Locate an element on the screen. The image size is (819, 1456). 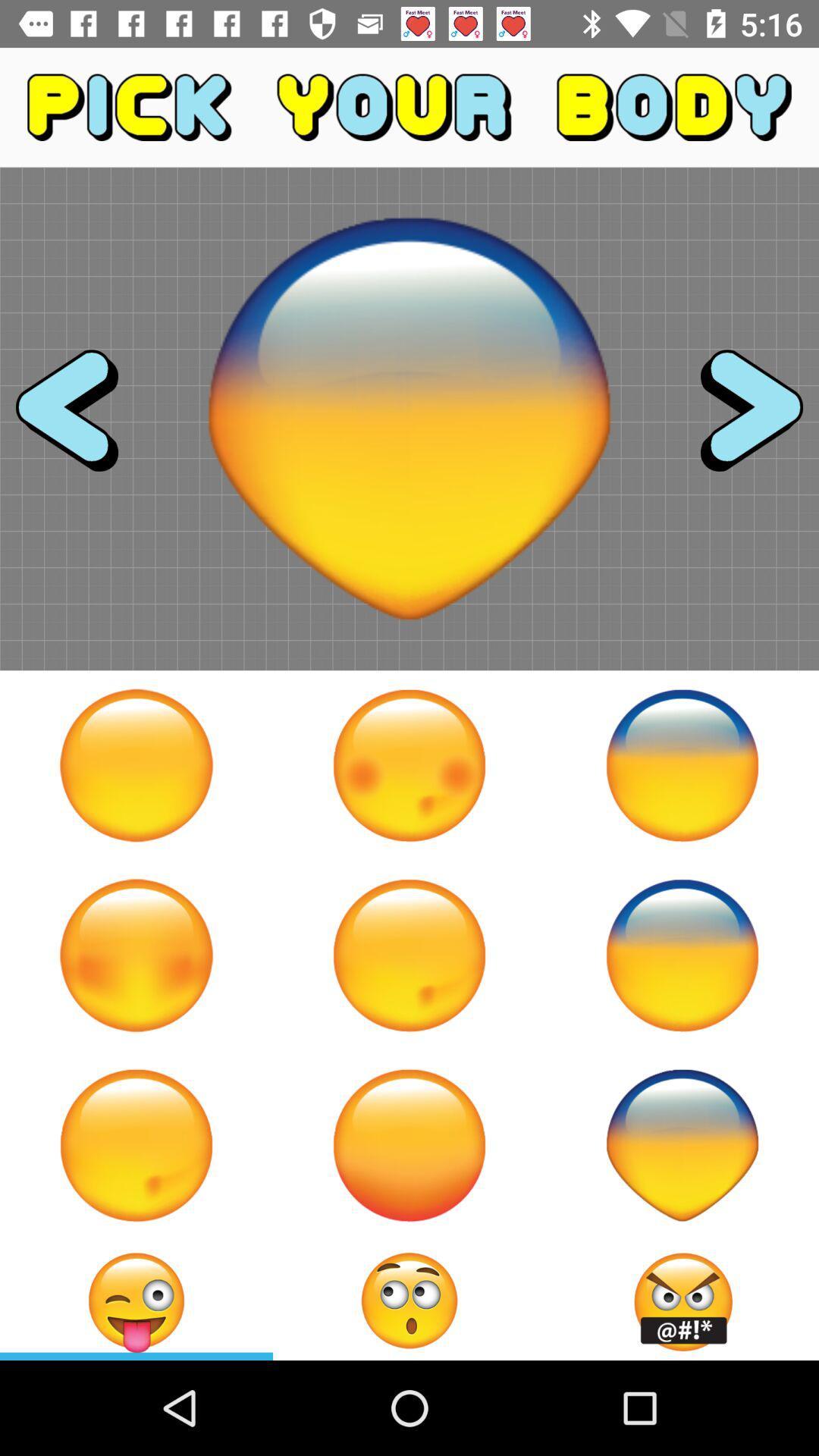
to pick is located at coordinates (409, 954).